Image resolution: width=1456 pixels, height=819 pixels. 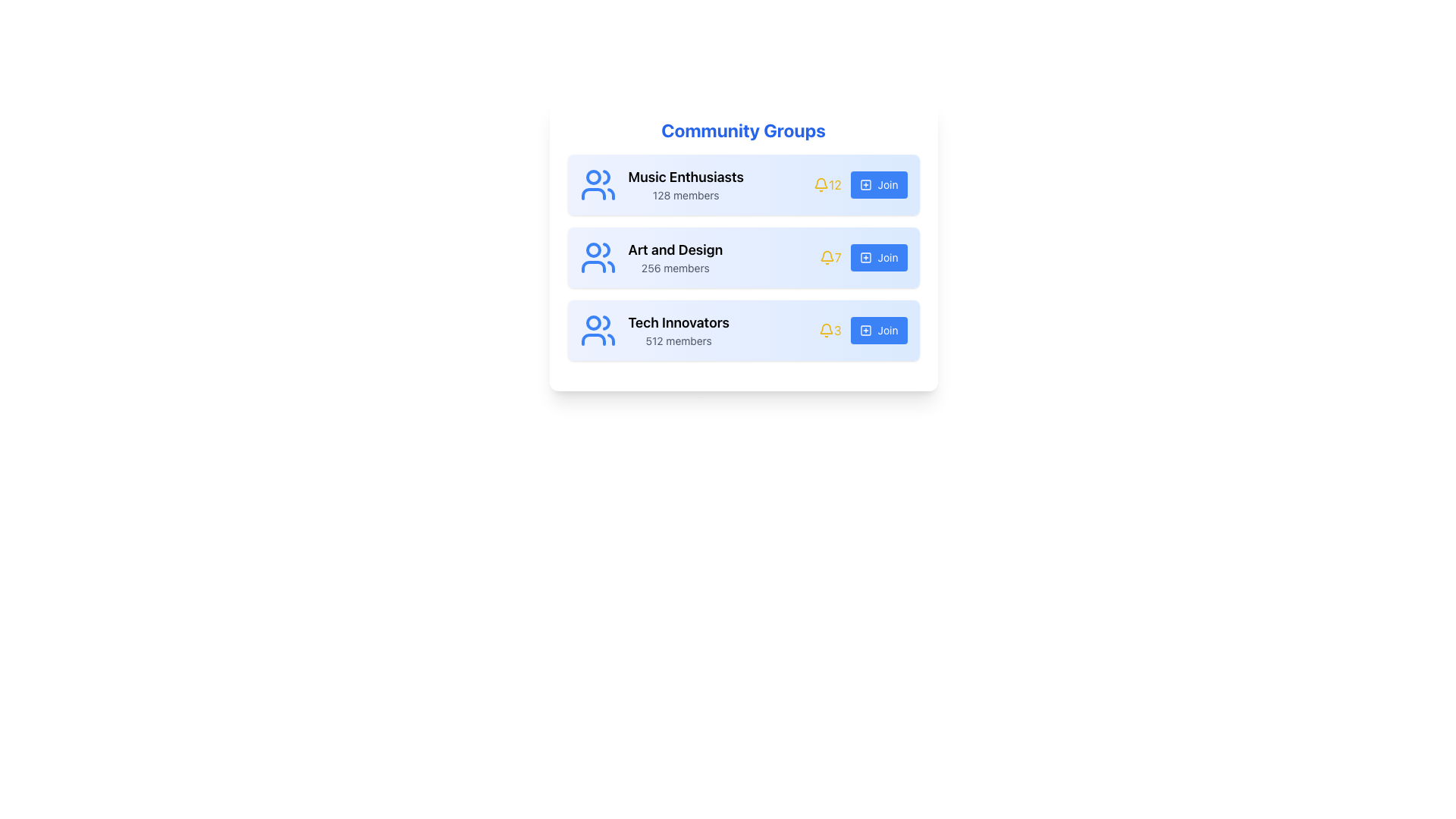 I want to click on the title text for the 'Tech Innovators' group, which is the primary heading in the third group entry of community groups, so click(x=678, y=322).